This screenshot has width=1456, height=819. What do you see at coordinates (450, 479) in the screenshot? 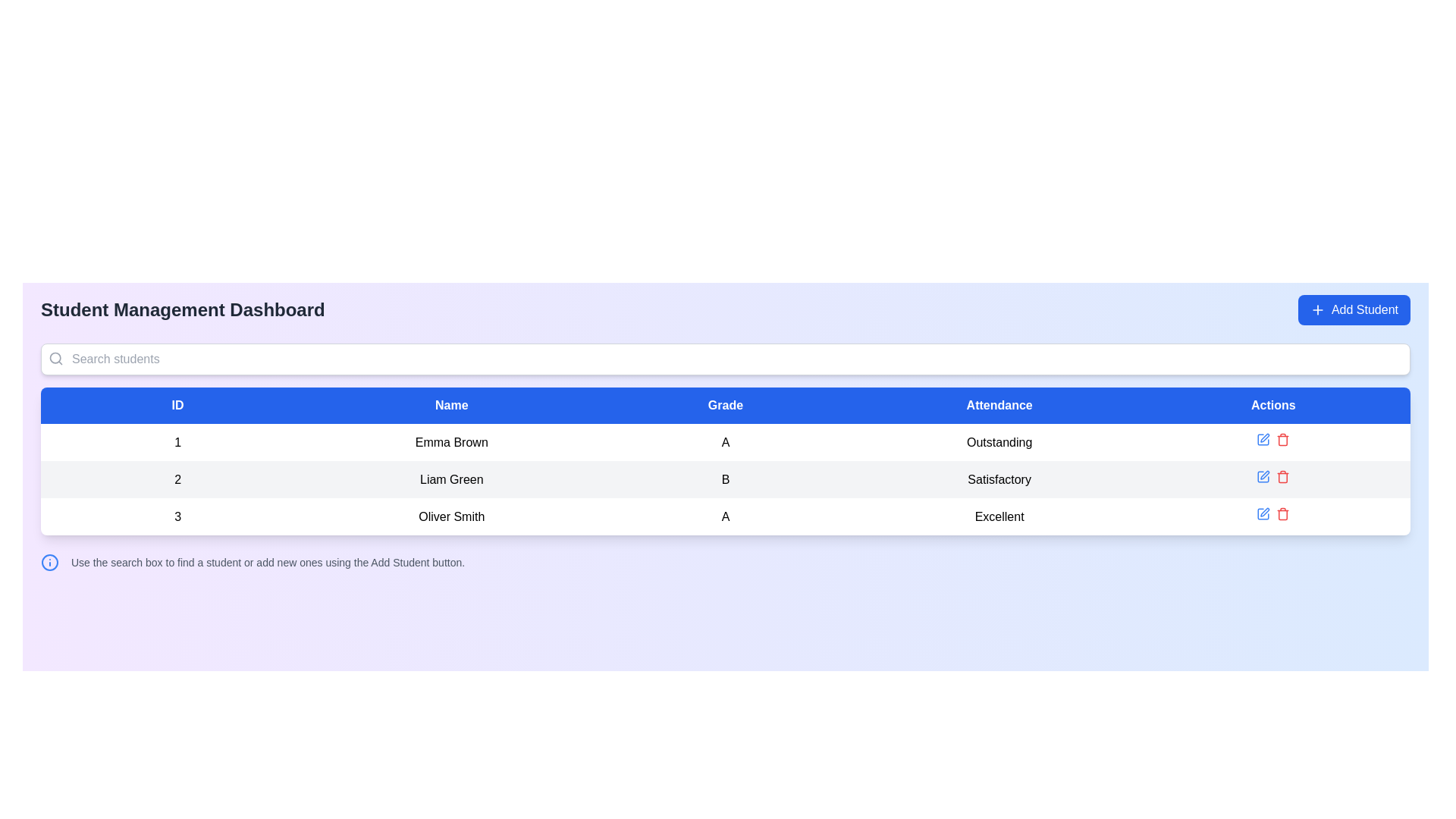
I see `the text label displaying 'Liam Green', which is styled with a gray background and is the second cell in the row labeled '2' under the 'Name' column in the table` at bounding box center [450, 479].